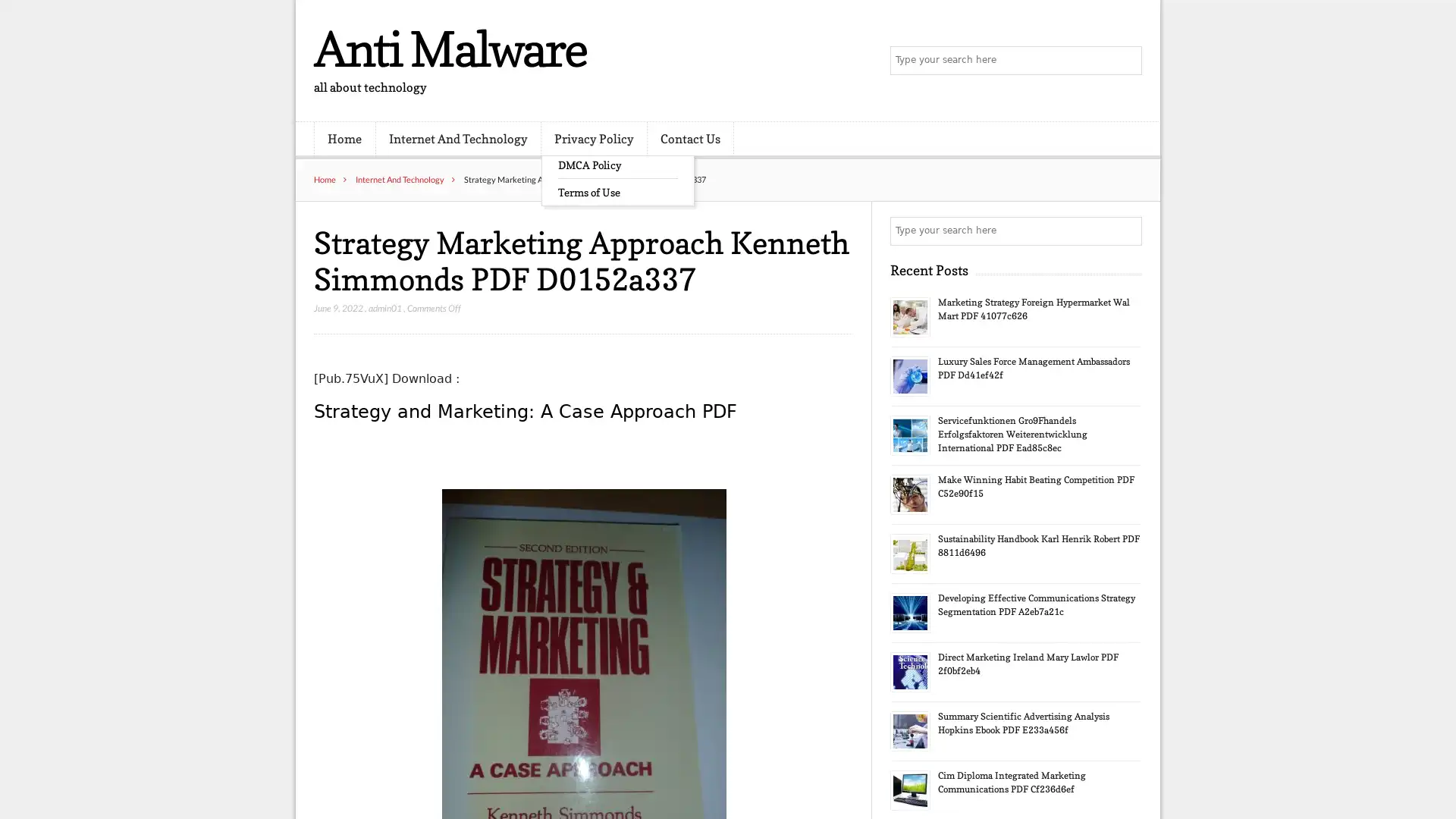 The width and height of the screenshot is (1456, 819). I want to click on Search, so click(1126, 231).